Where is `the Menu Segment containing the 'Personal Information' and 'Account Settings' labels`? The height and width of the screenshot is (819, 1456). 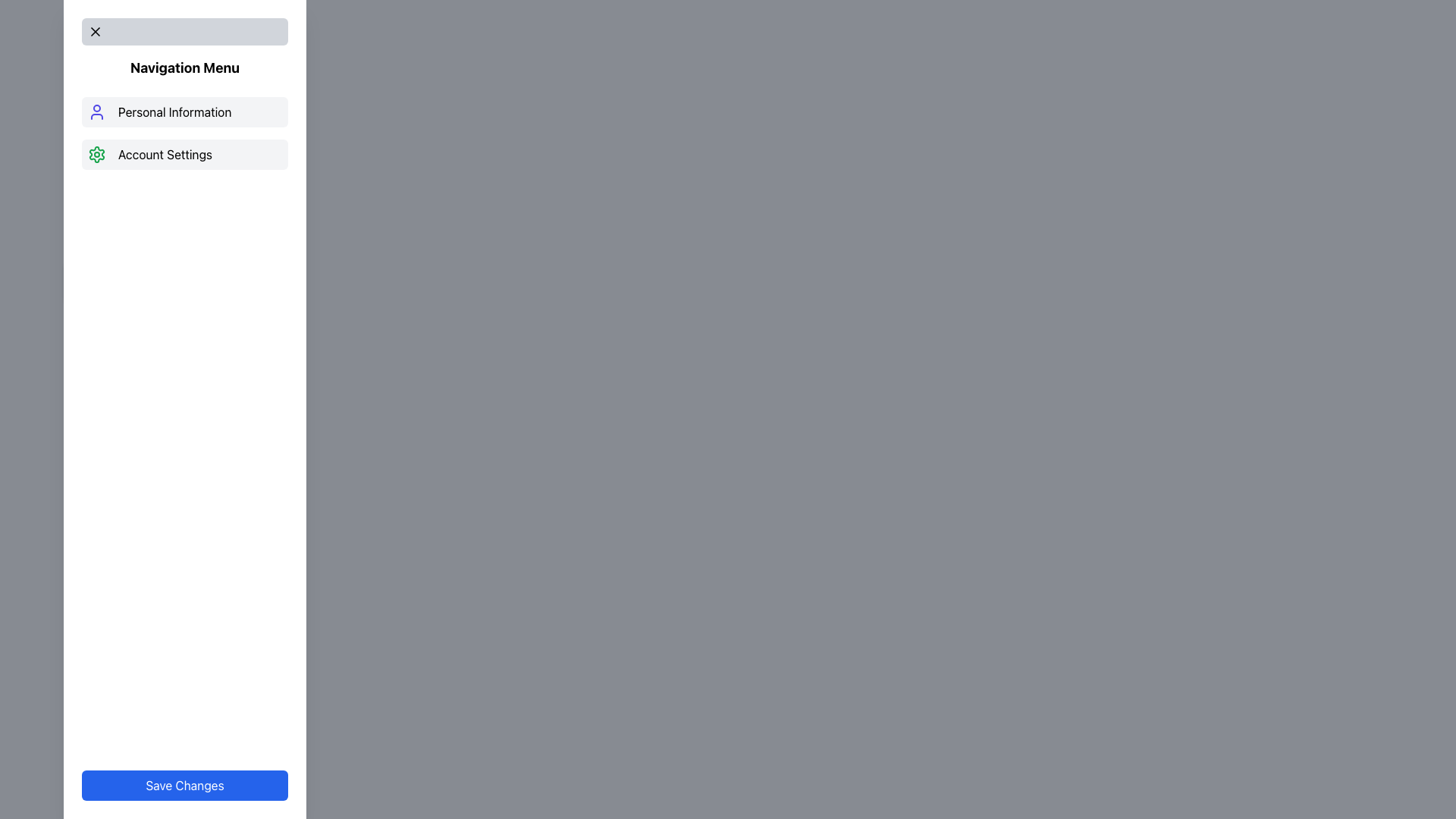 the Menu Segment containing the 'Personal Information' and 'Account Settings' labels is located at coordinates (184, 133).